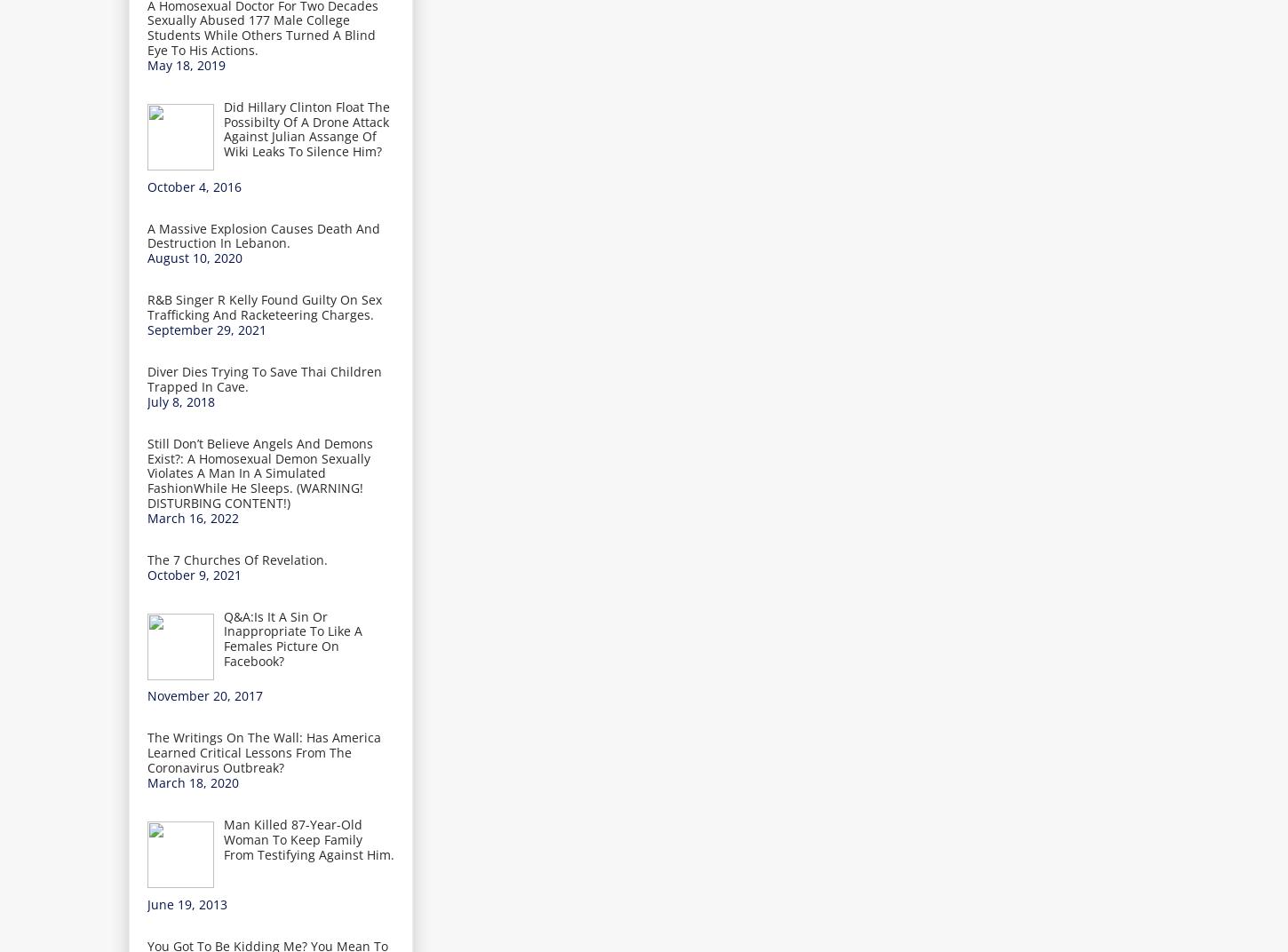  I want to click on 'The Writings On The Wall: Has America Learned Critical Lessons From The Coronavirus Outbreak?', so click(264, 751).